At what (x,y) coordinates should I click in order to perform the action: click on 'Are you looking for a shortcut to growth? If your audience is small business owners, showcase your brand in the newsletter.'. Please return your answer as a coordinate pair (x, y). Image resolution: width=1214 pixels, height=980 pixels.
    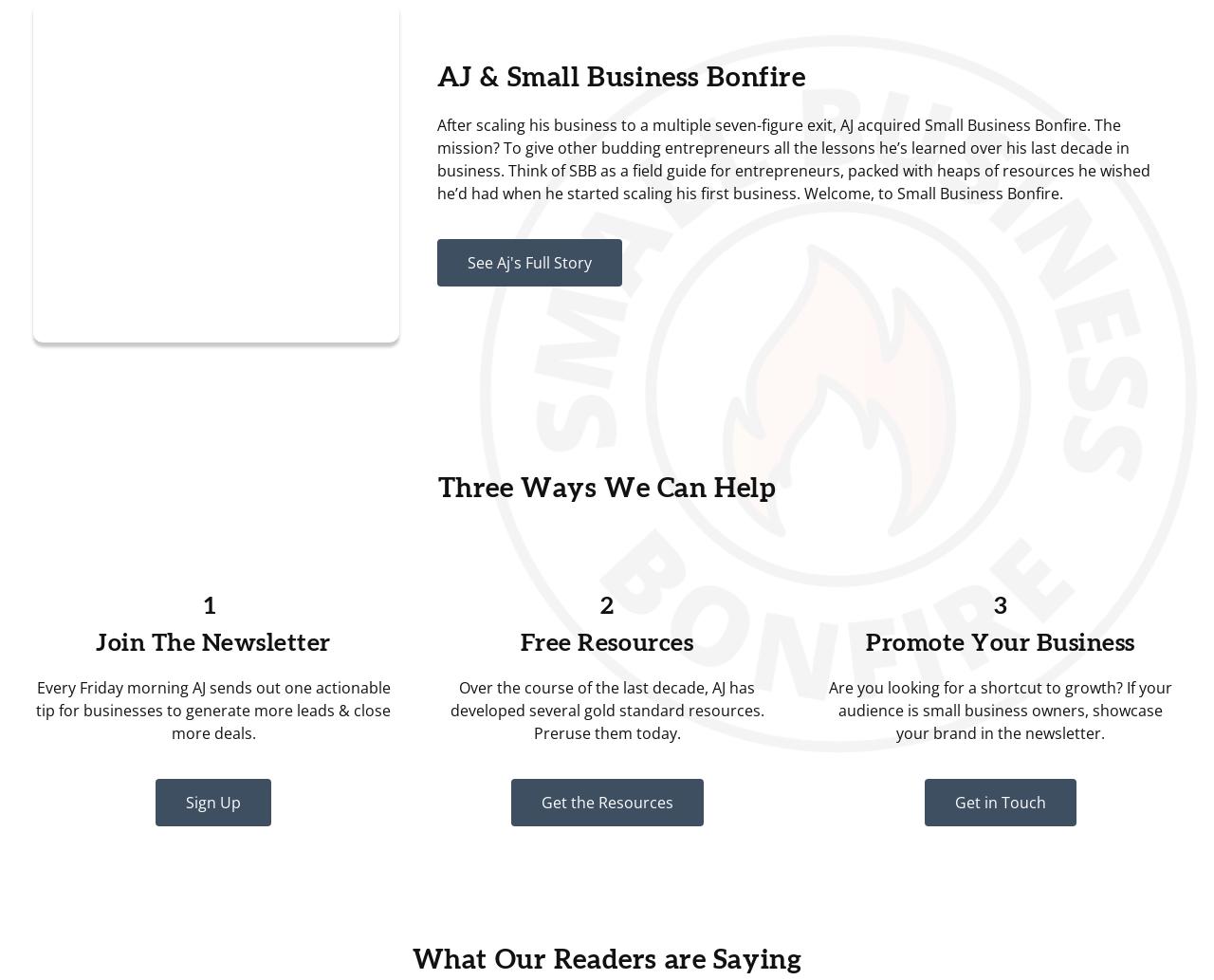
    Looking at the image, I should click on (999, 711).